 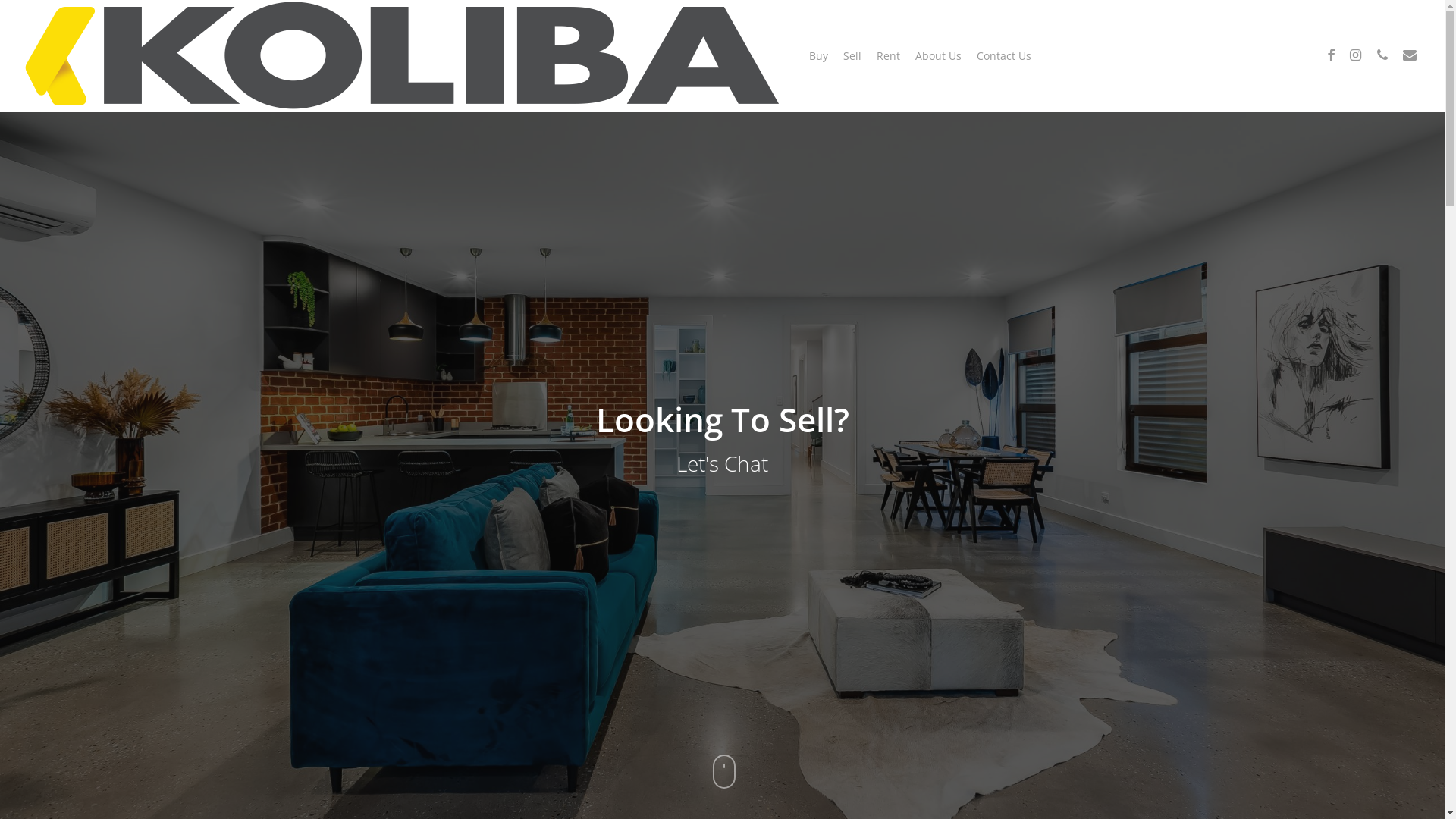 What do you see at coordinates (1004, 55) in the screenshot?
I see `'Contact Us'` at bounding box center [1004, 55].